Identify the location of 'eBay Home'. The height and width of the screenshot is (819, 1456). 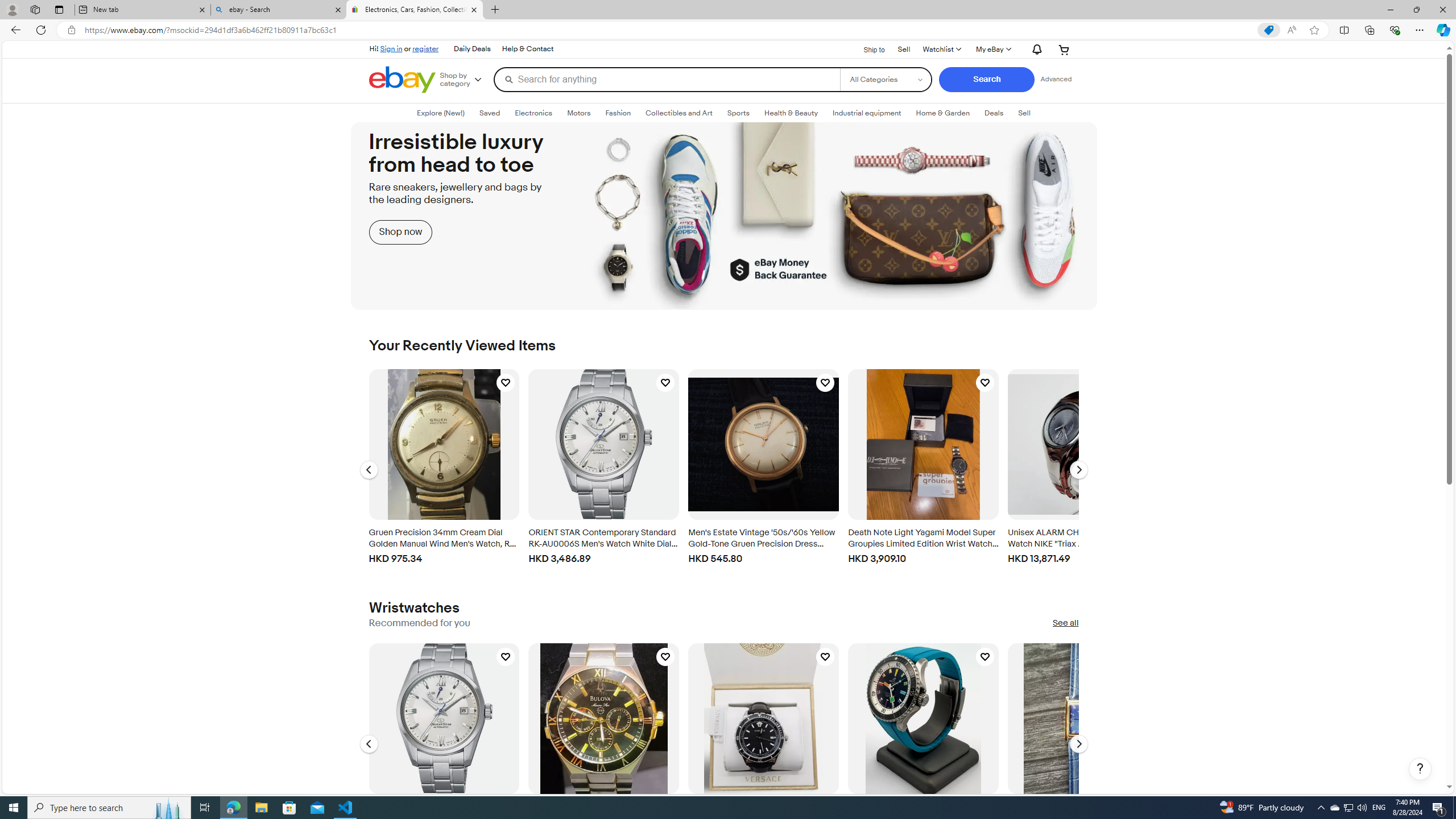
(401, 79).